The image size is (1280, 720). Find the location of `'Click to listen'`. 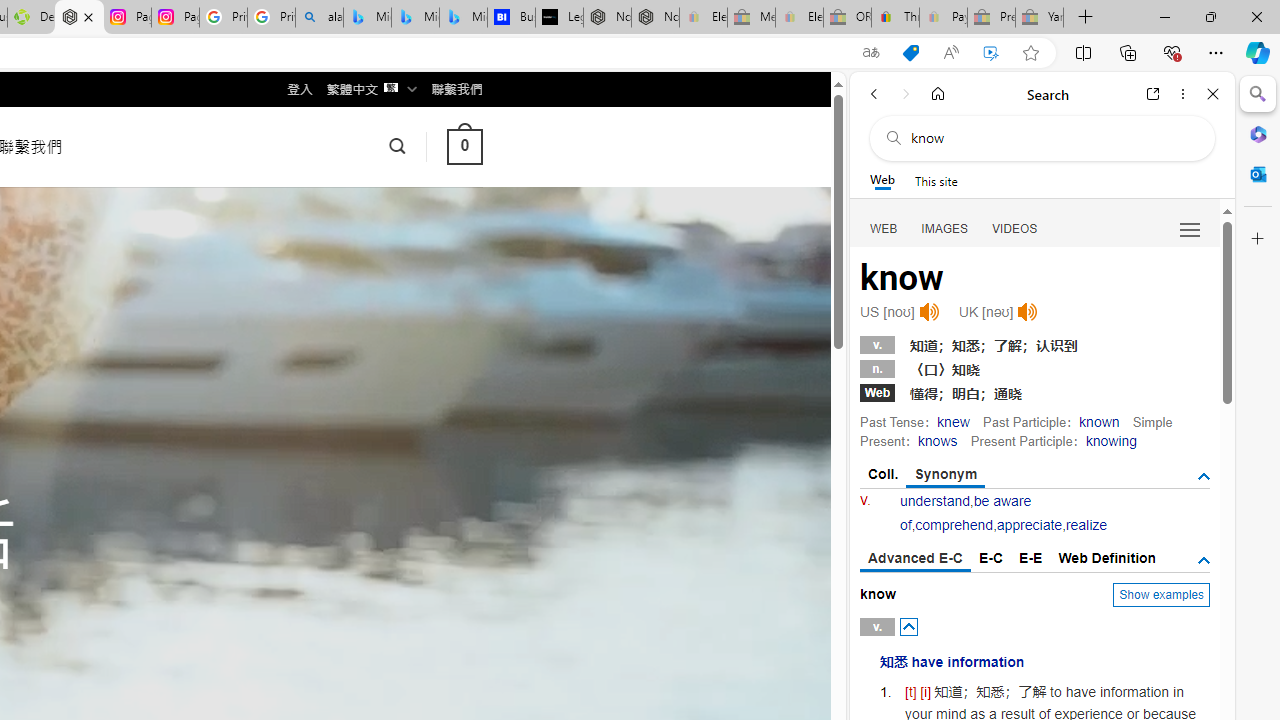

'Click to listen' is located at coordinates (1027, 312).